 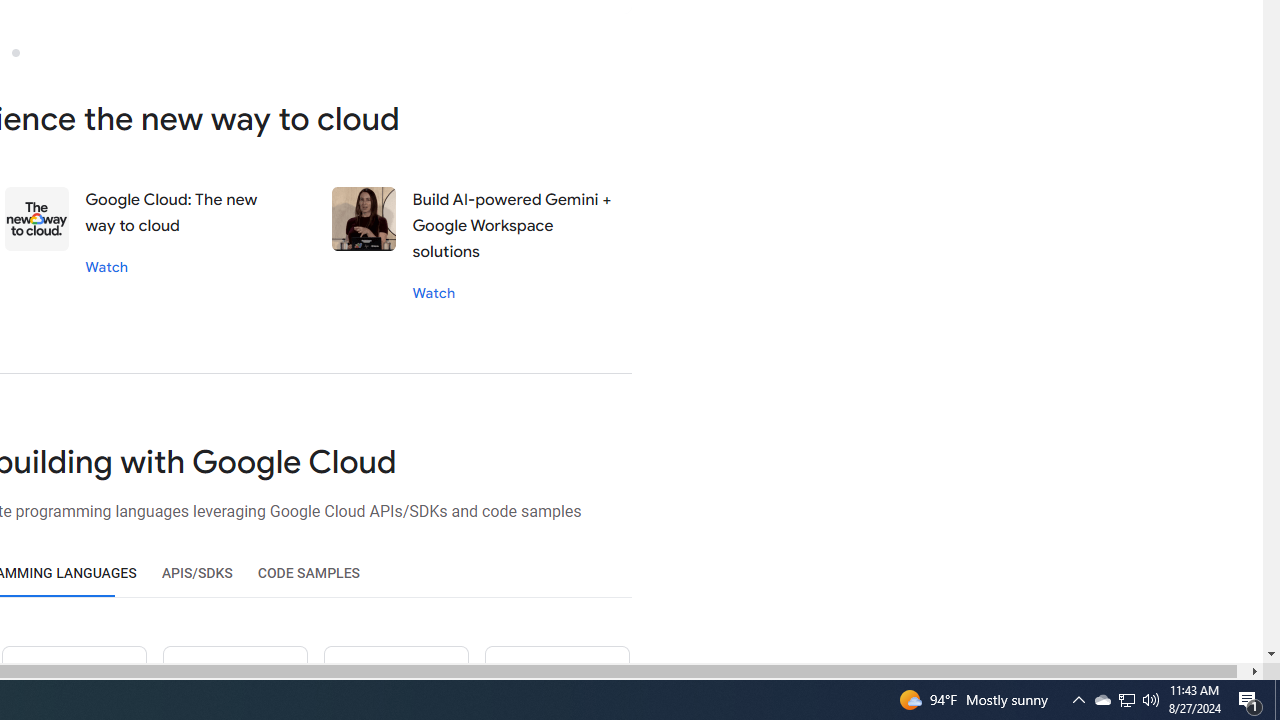 I want to click on 'APIS/SDKS', so click(x=197, y=573).